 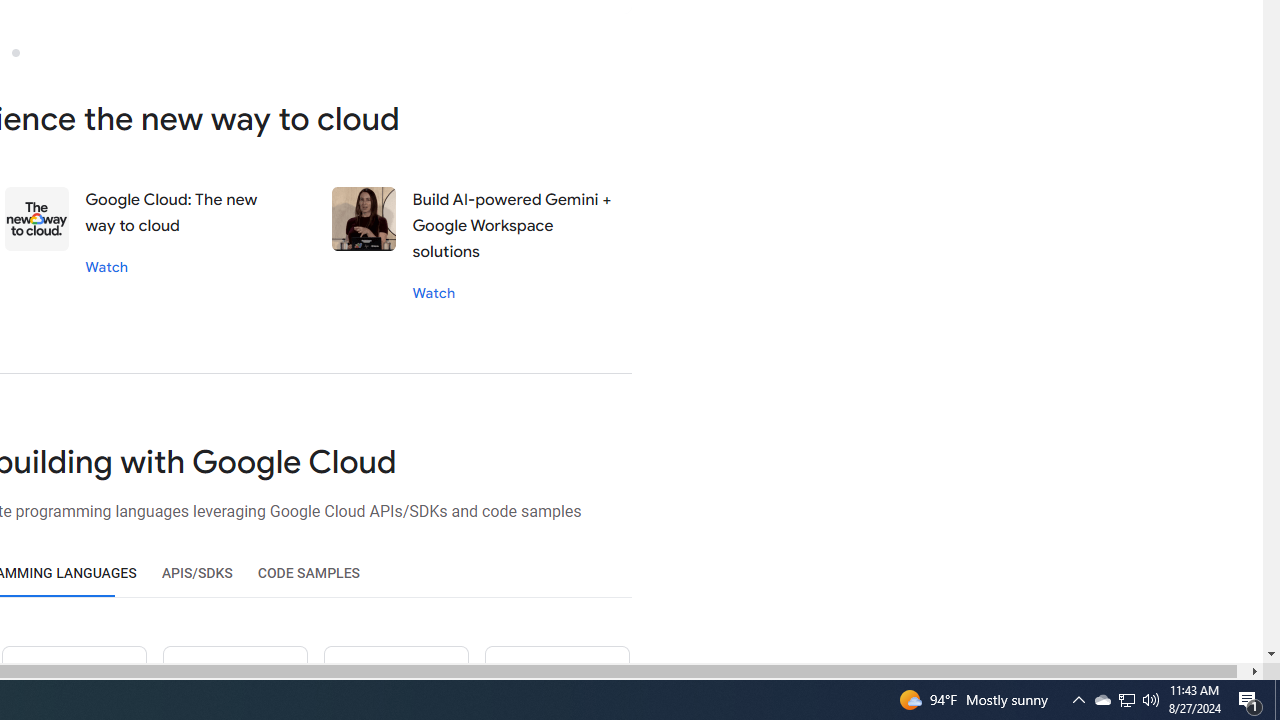 I want to click on 'APIS/SDKS', so click(x=197, y=573).